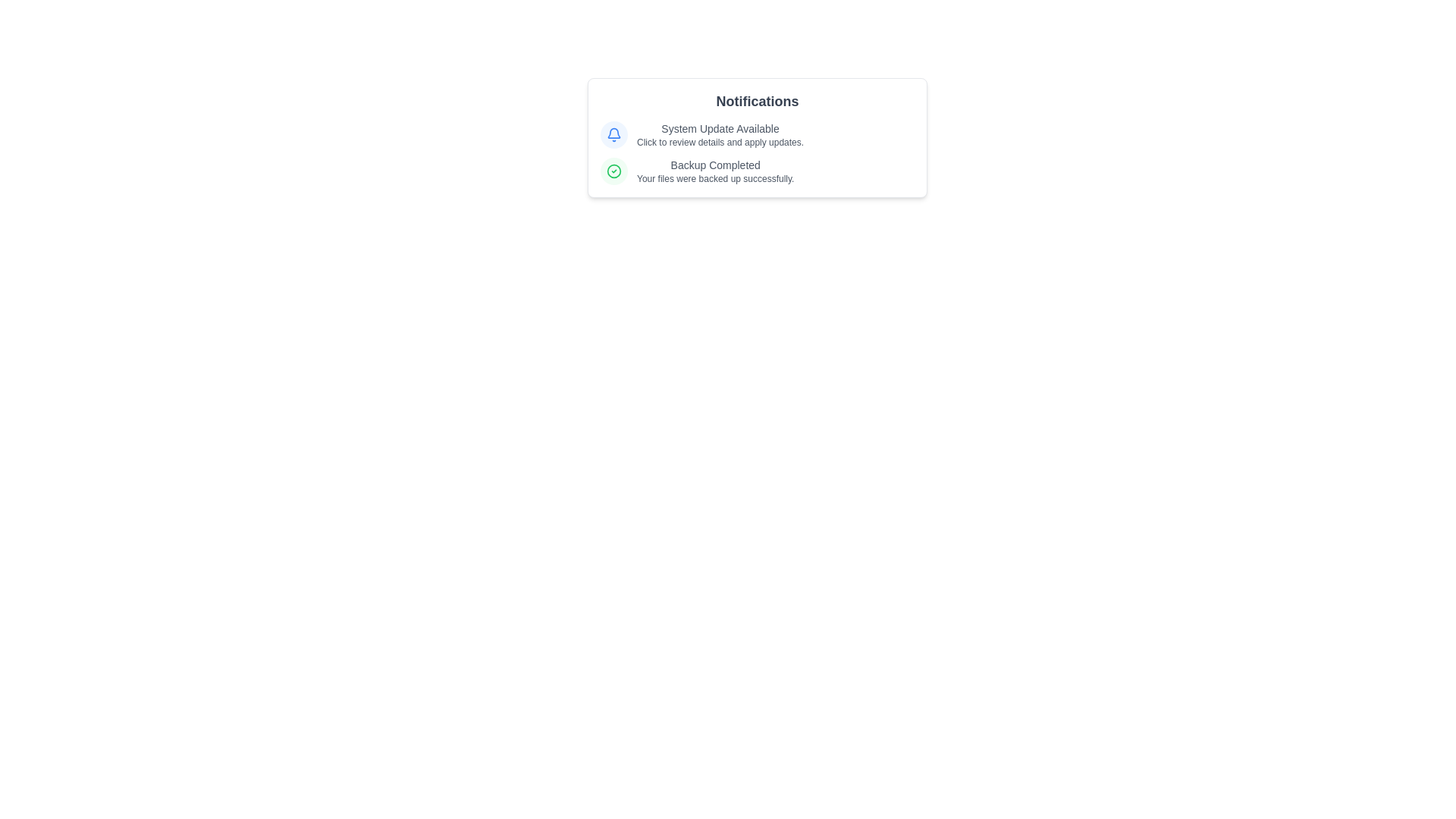 Image resolution: width=1456 pixels, height=819 pixels. I want to click on the visual indicator icon located to the left of the 'Backup Completed' notification, so click(614, 171).